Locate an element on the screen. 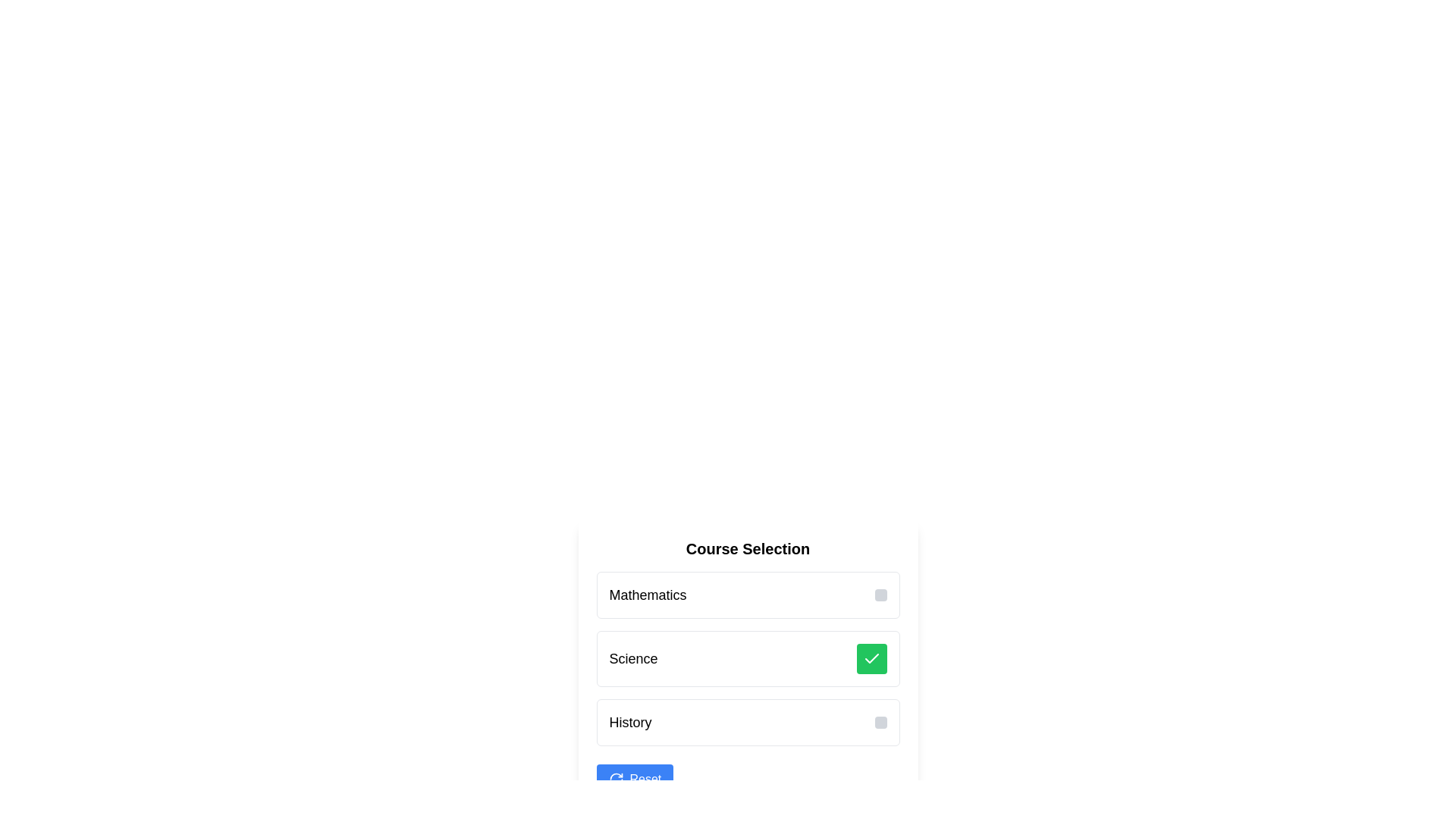 Image resolution: width=1456 pixels, height=819 pixels. the small, interactive button with a gray background located on the far right of the 'Mathematics' row is located at coordinates (880, 595).